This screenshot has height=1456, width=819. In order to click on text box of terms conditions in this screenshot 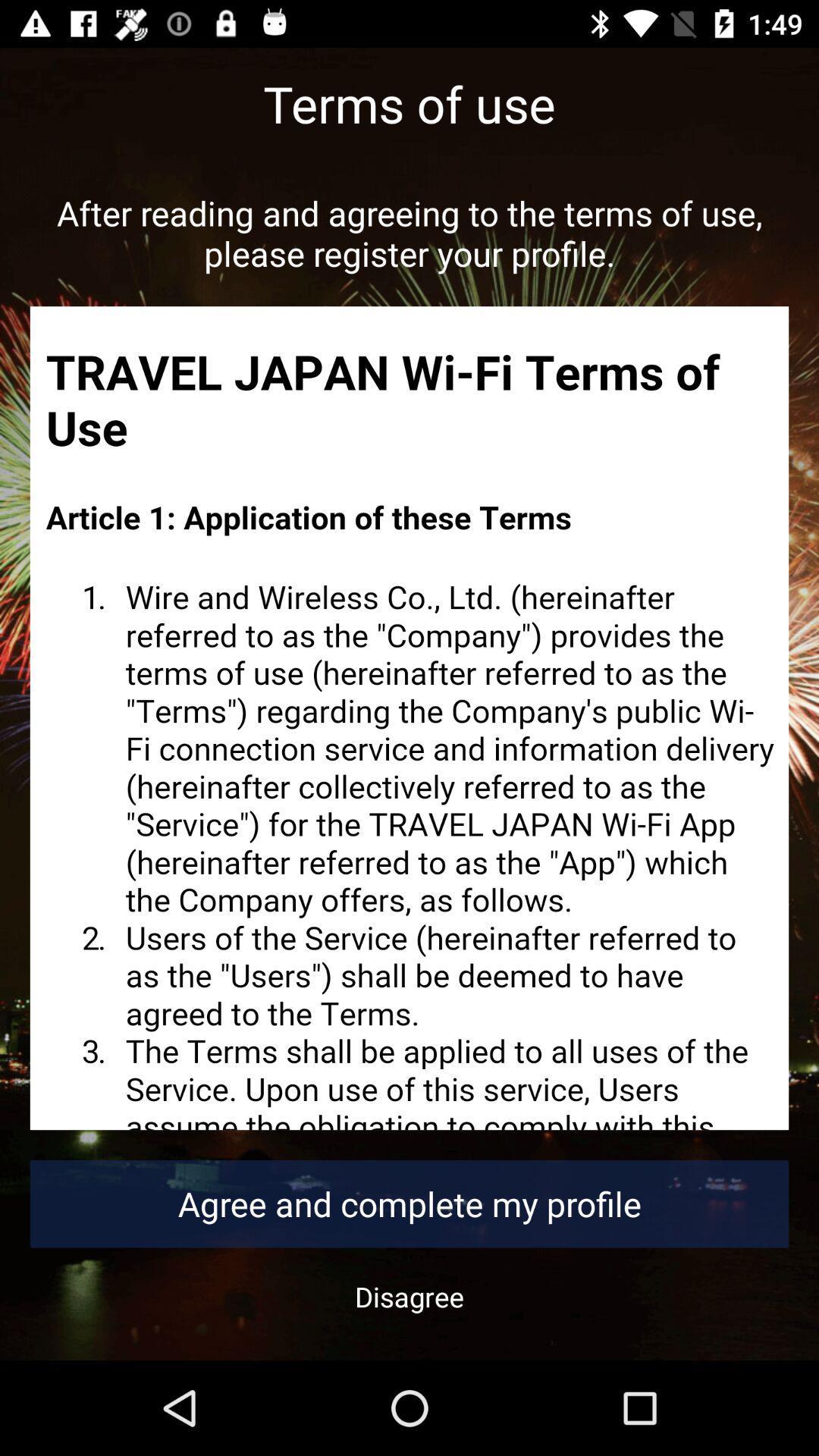, I will do `click(409, 717)`.